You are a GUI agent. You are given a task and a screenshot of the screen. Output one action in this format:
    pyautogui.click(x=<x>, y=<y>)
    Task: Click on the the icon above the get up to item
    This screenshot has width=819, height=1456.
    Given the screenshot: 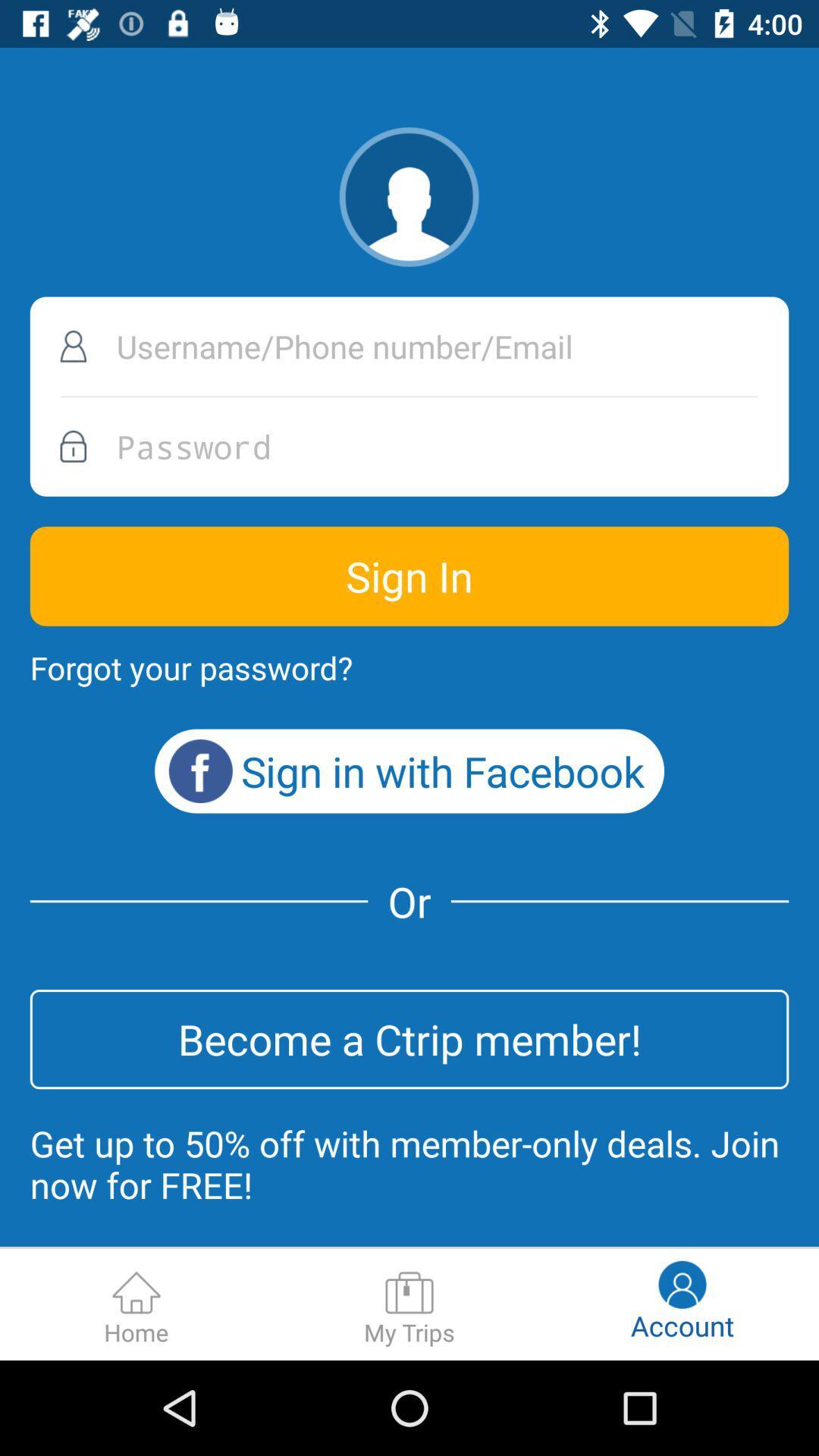 What is the action you would take?
    pyautogui.click(x=409, y=1038)
    